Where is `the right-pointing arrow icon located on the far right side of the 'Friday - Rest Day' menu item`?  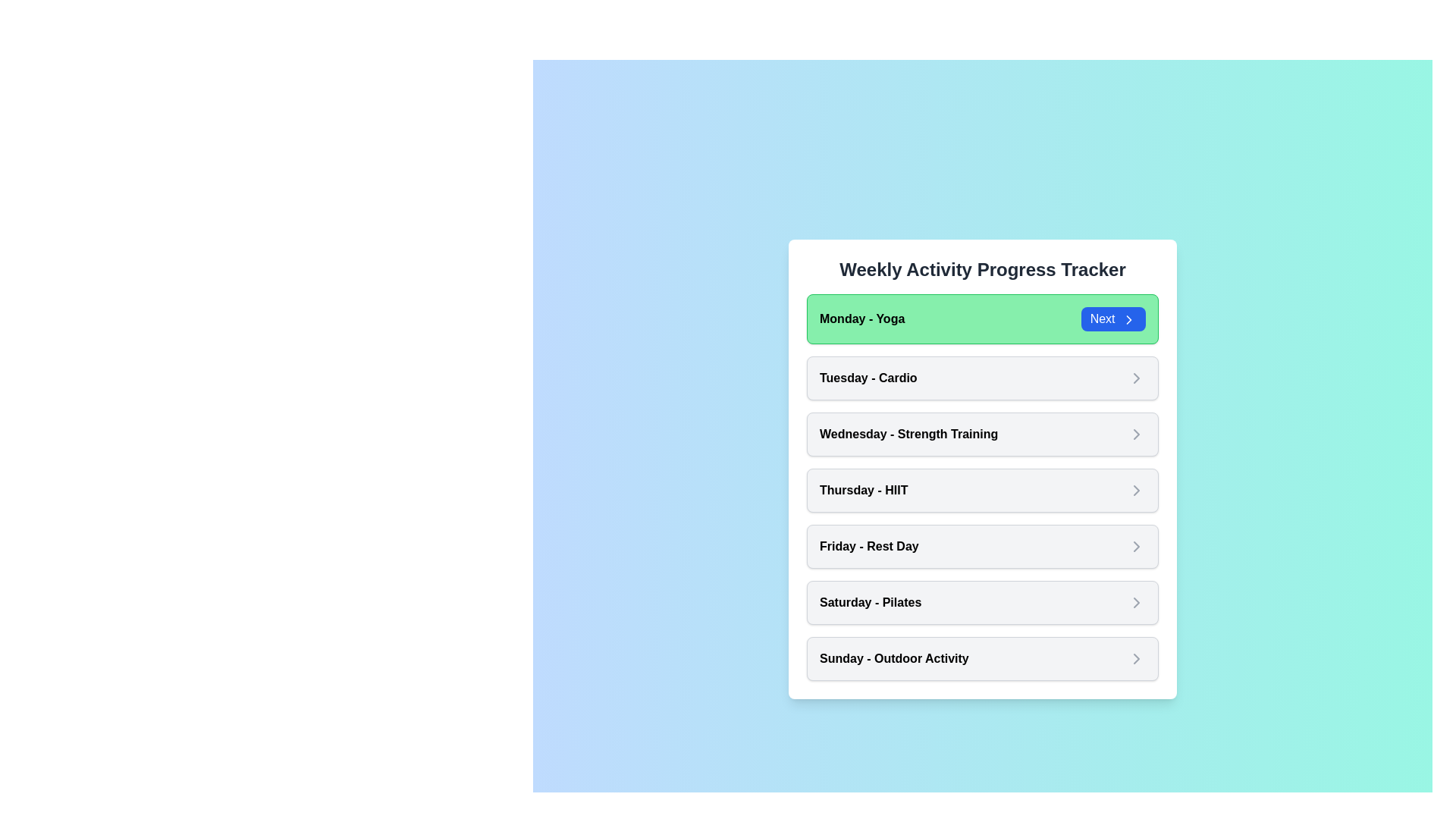
the right-pointing arrow icon located on the far right side of the 'Friday - Rest Day' menu item is located at coordinates (1136, 547).